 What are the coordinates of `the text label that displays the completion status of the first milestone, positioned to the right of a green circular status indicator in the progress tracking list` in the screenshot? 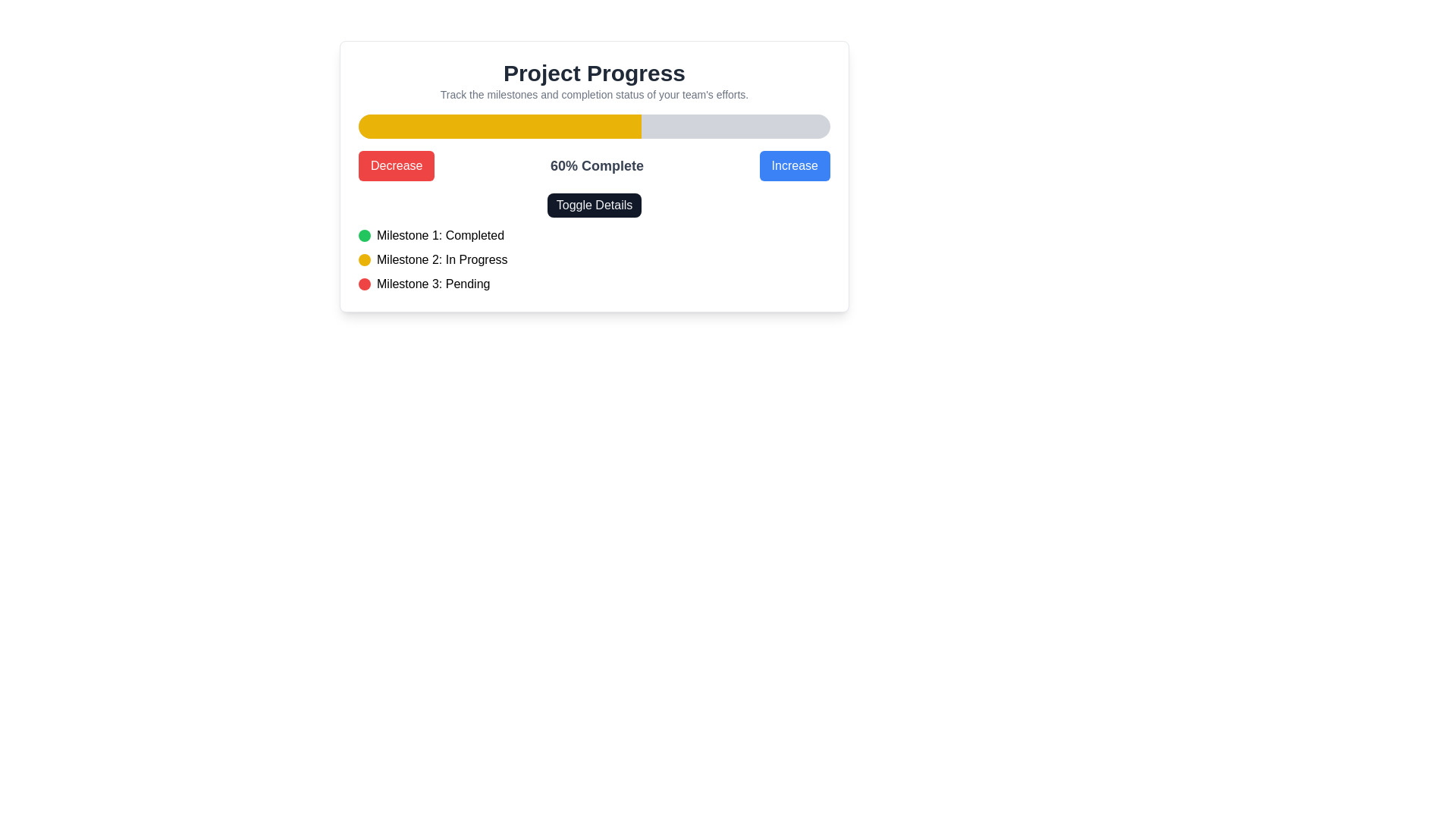 It's located at (439, 236).